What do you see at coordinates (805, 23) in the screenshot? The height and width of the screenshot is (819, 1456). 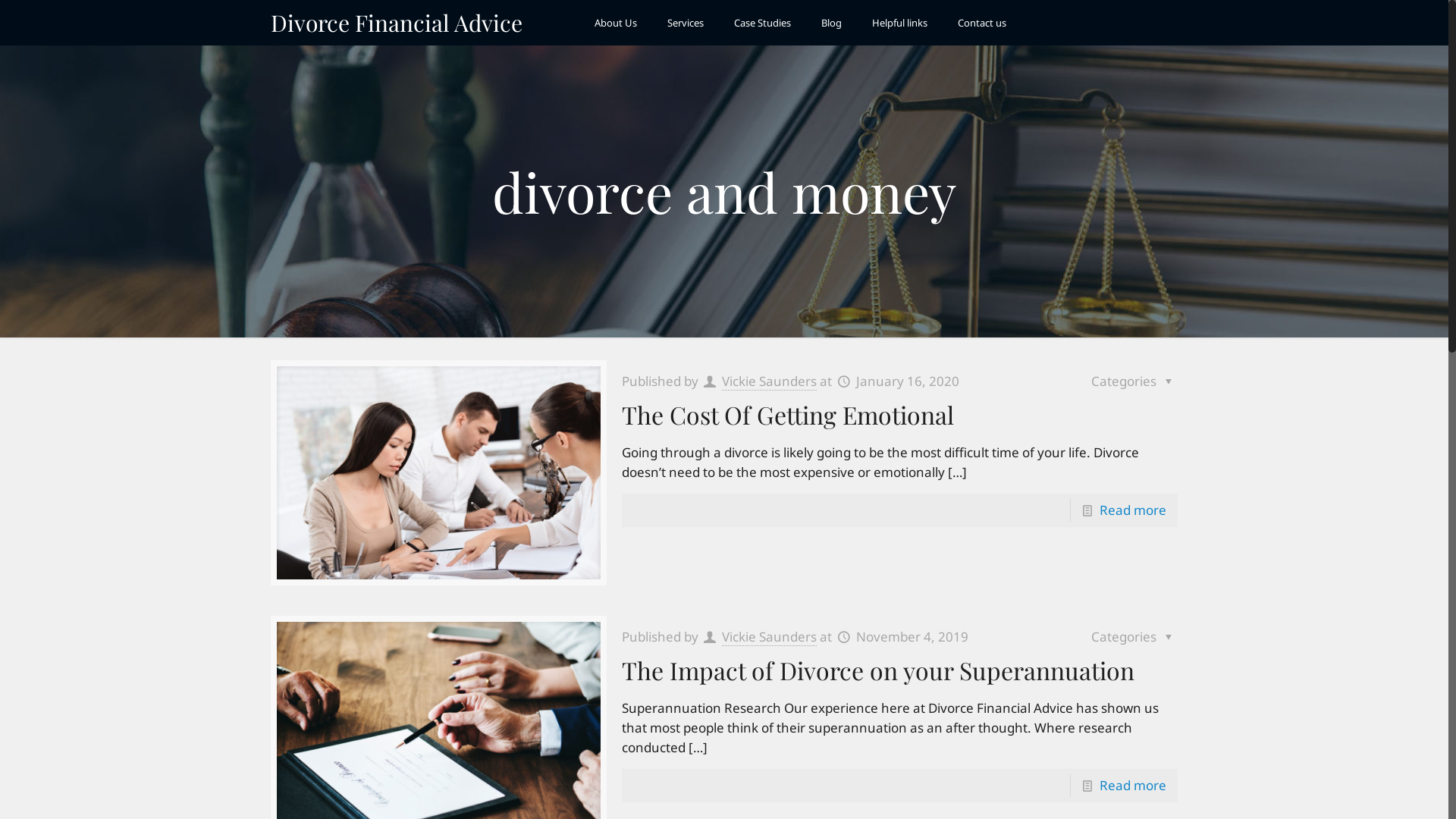 I see `'Blog'` at bounding box center [805, 23].